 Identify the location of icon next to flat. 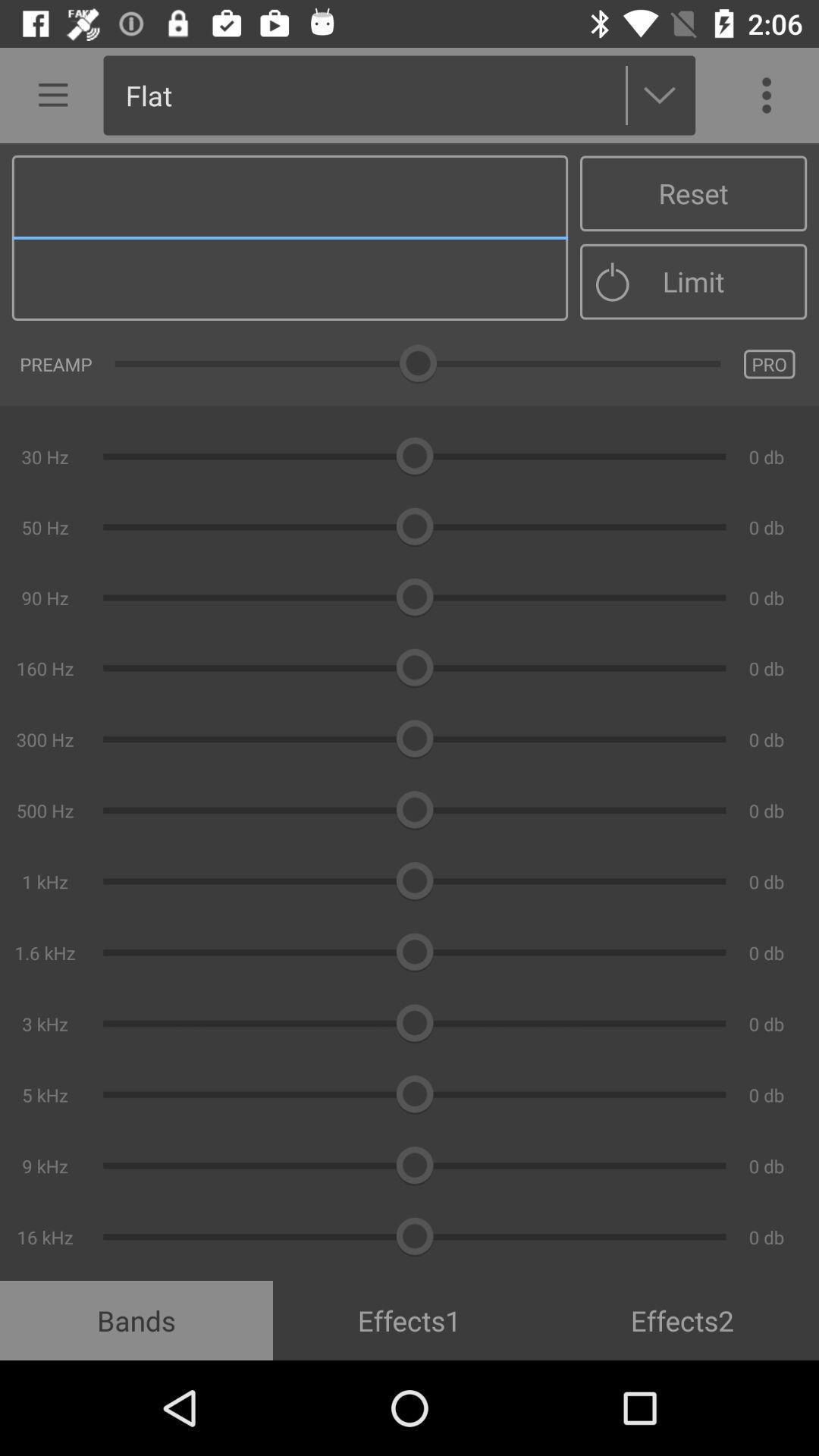
(46, 94).